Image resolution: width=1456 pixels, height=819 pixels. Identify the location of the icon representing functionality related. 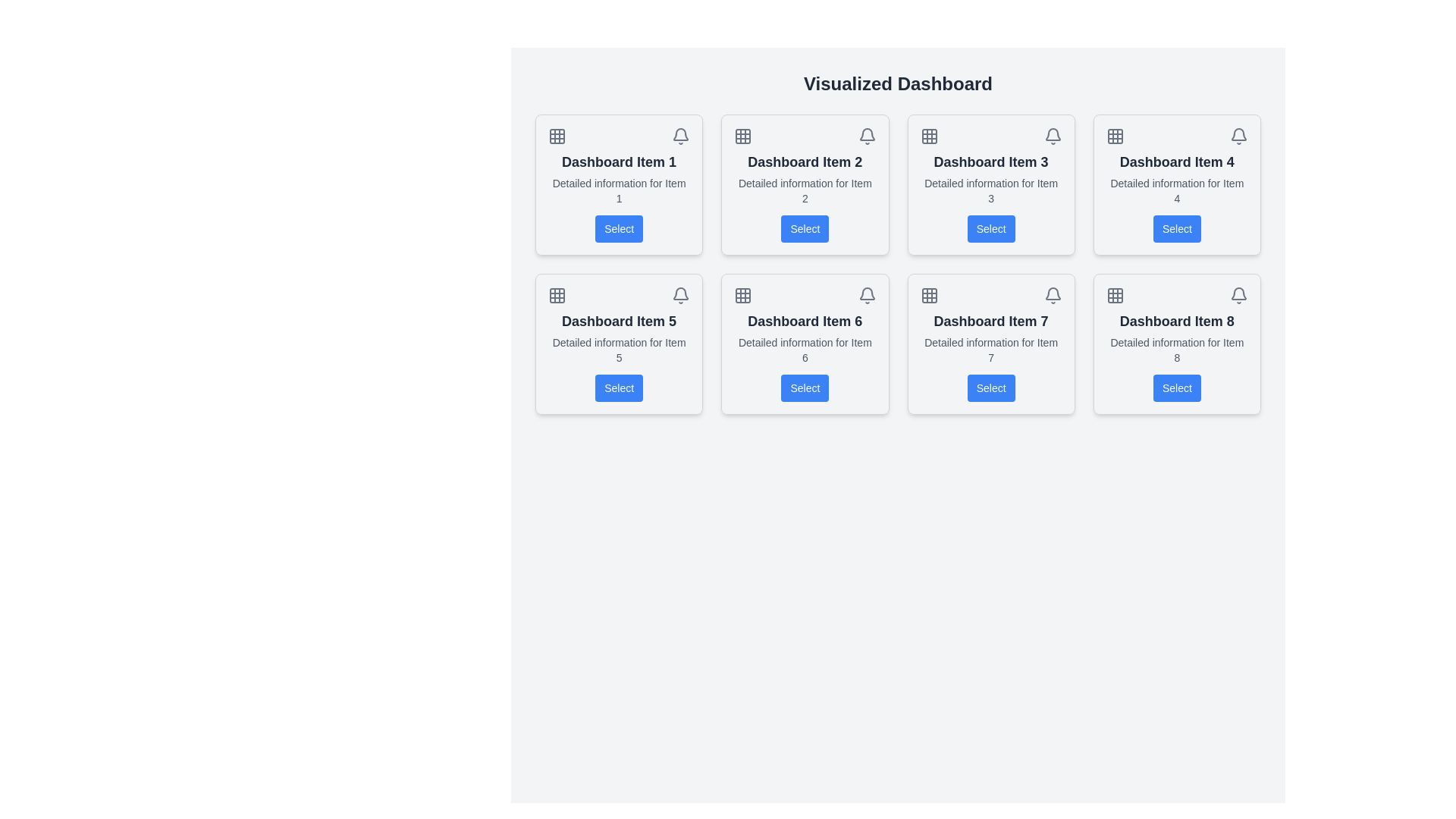
(556, 295).